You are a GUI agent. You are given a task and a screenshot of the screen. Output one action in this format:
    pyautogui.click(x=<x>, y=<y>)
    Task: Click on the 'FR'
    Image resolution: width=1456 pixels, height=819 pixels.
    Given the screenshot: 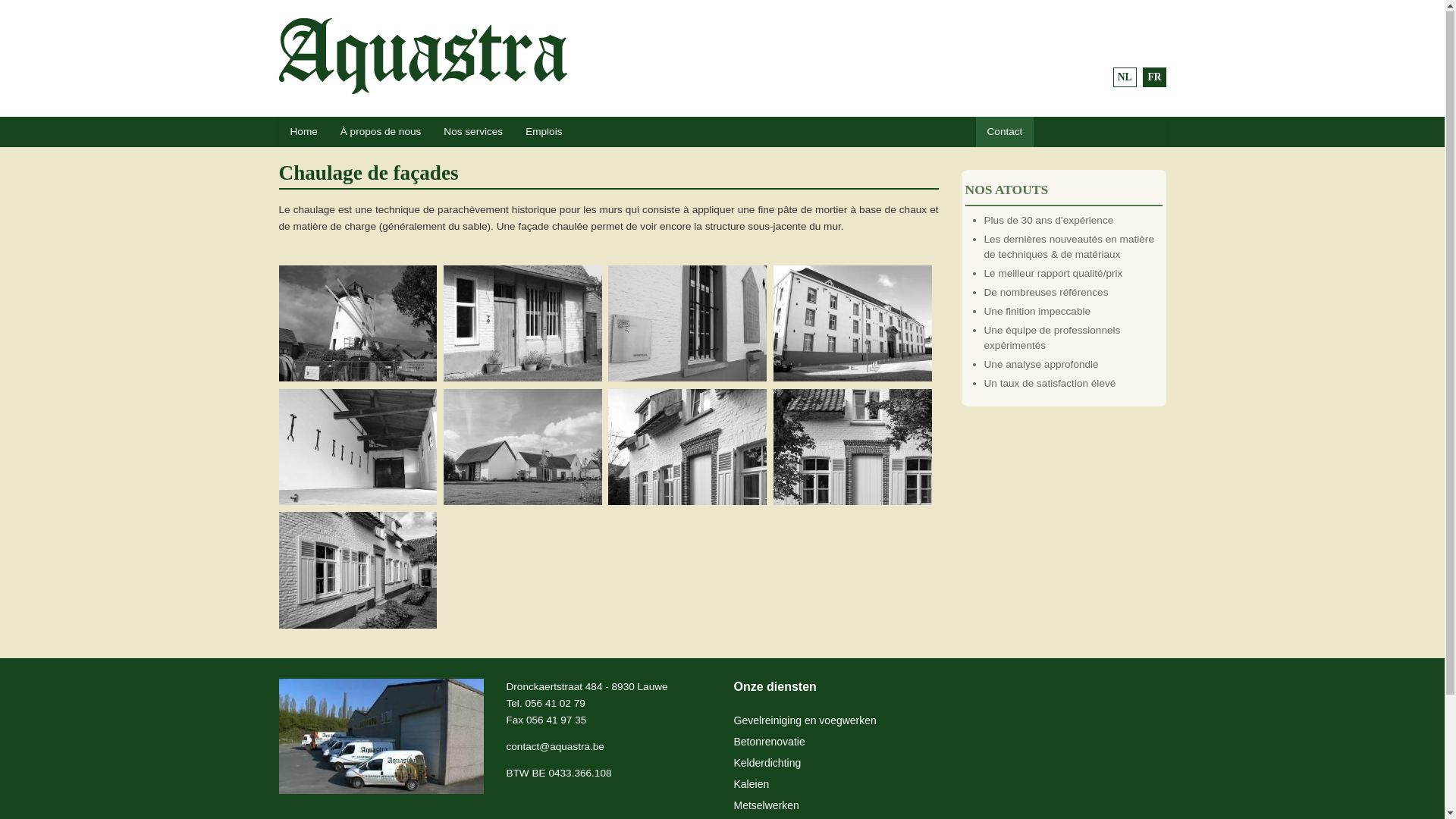 What is the action you would take?
    pyautogui.click(x=1153, y=77)
    